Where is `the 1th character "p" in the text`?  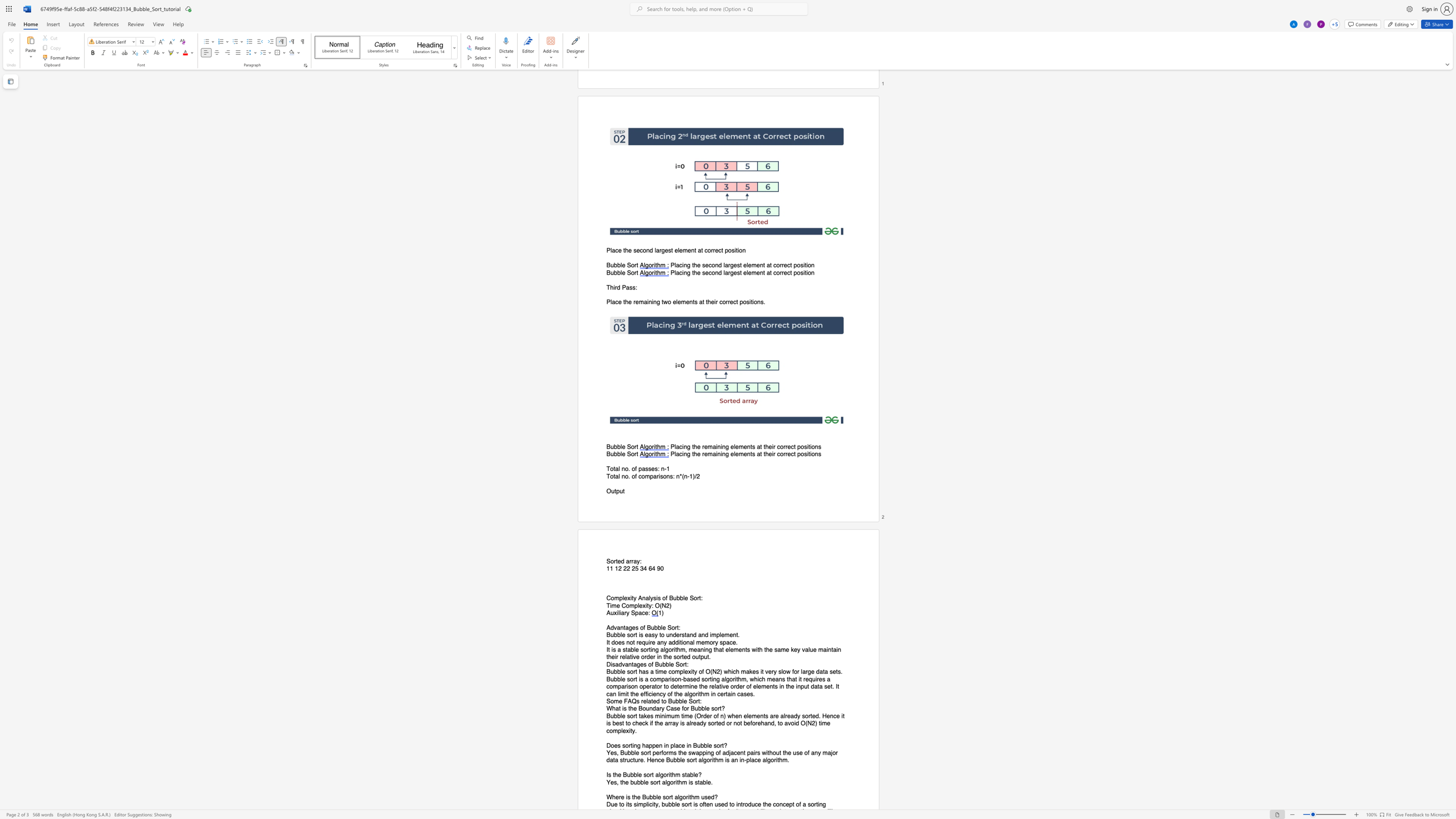 the 1th character "p" in the text is located at coordinates (635, 605).